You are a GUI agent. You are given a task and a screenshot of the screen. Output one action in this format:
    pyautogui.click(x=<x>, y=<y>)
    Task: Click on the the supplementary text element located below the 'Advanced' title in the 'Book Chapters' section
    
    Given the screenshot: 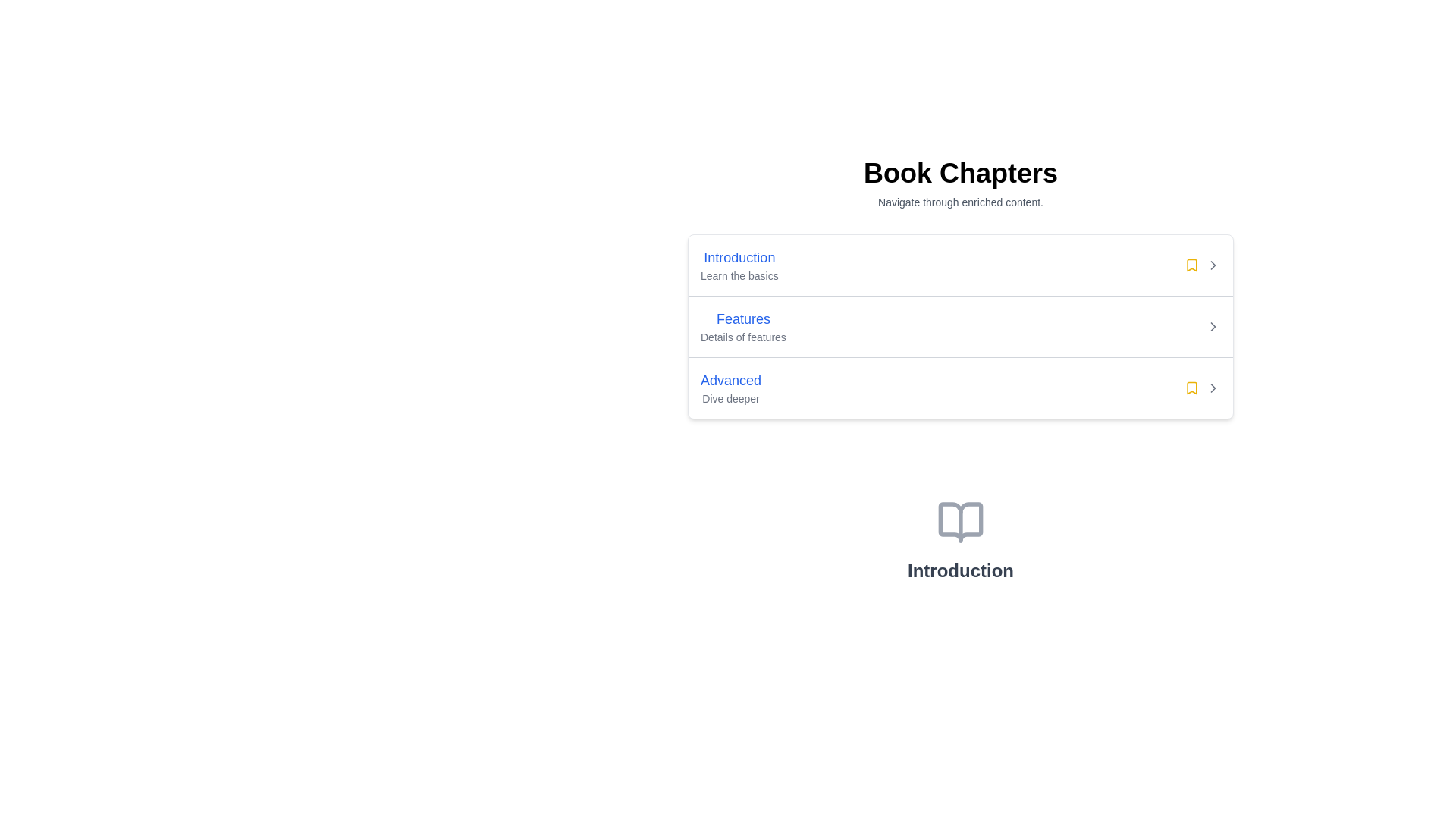 What is the action you would take?
    pyautogui.click(x=731, y=397)
    